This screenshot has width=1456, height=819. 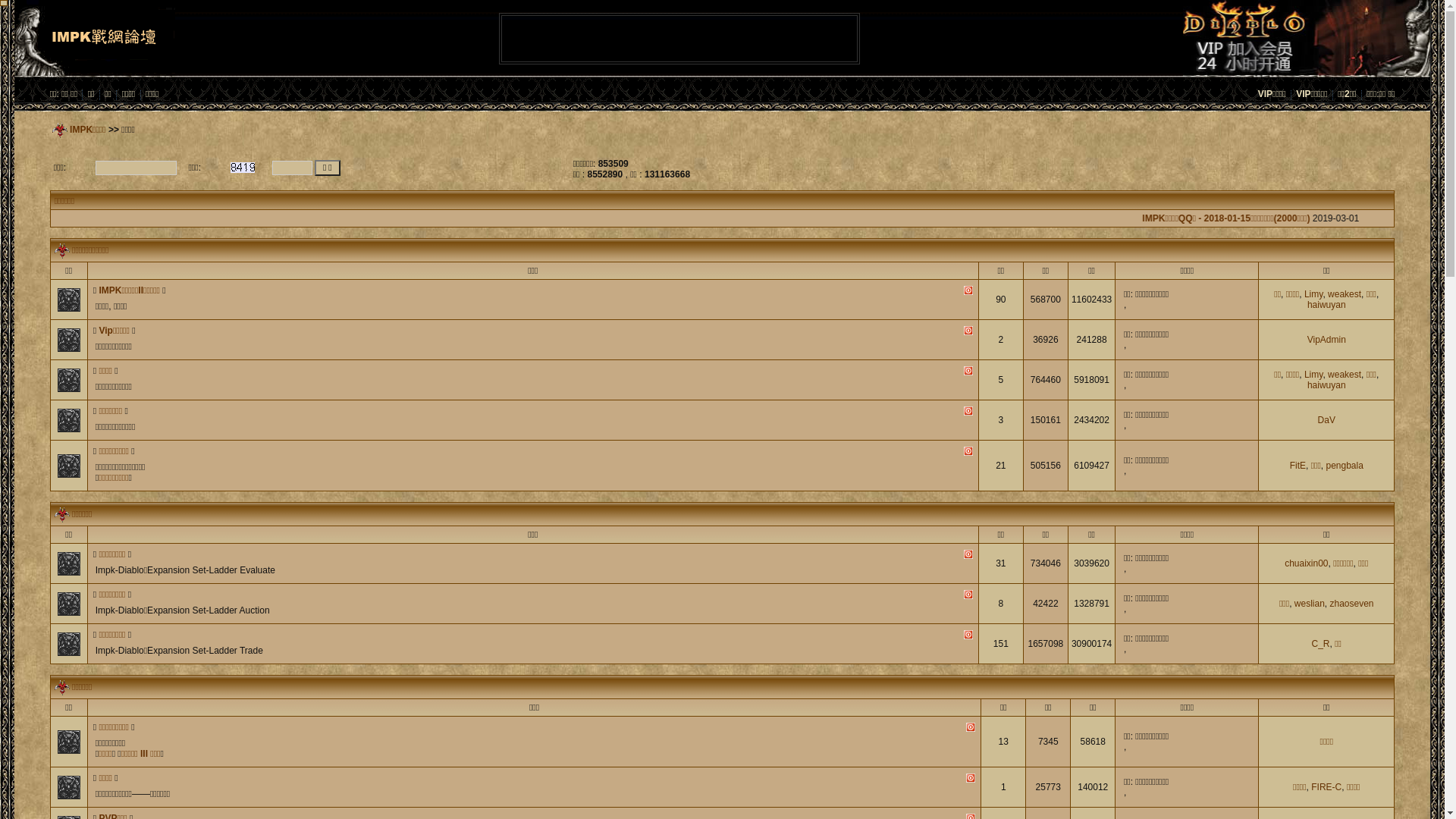 I want to click on 'zhaoseven', so click(x=1351, y=602).